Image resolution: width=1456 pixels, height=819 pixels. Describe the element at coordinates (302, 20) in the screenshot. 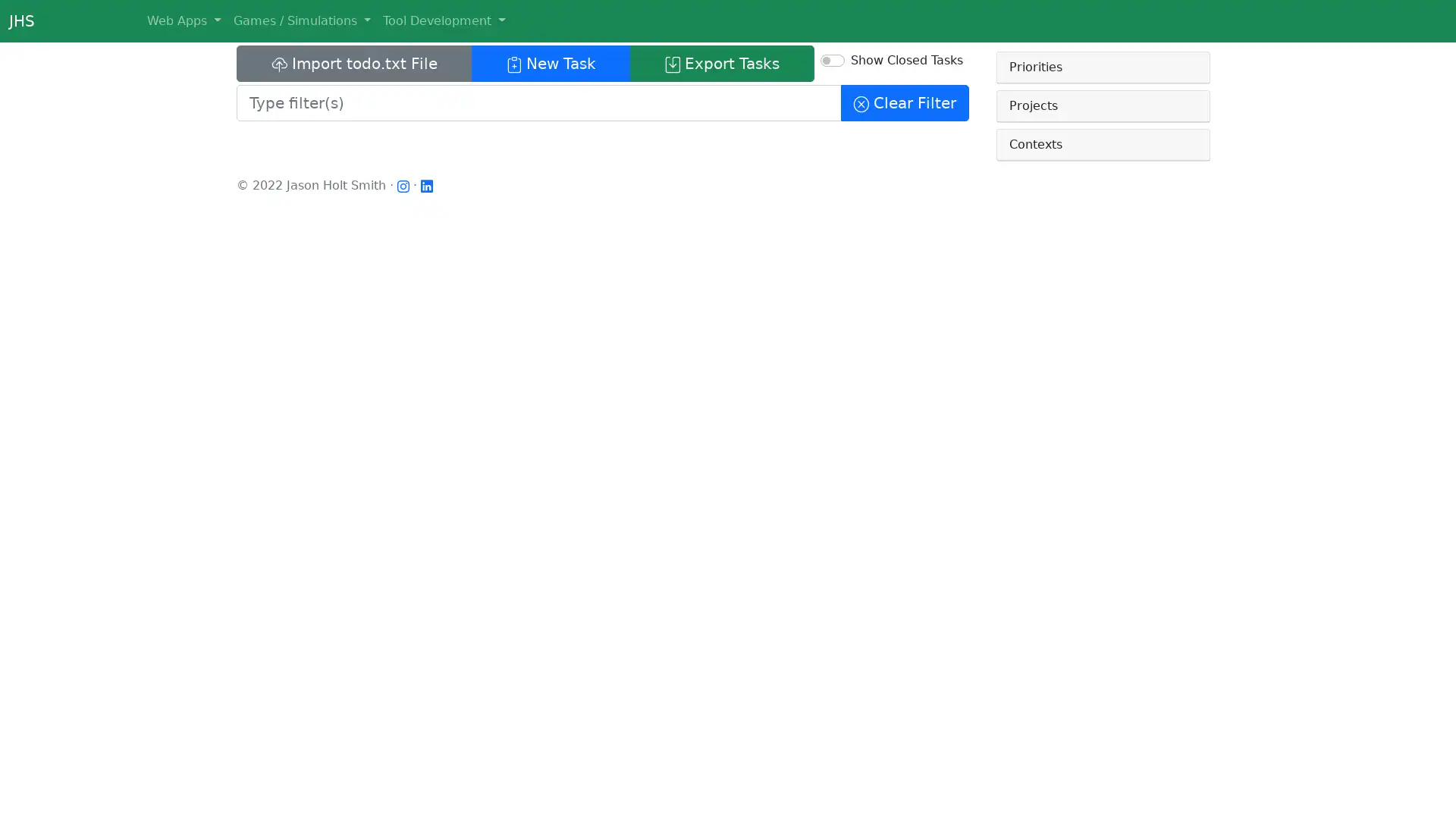

I see `Games / Simulations` at that location.